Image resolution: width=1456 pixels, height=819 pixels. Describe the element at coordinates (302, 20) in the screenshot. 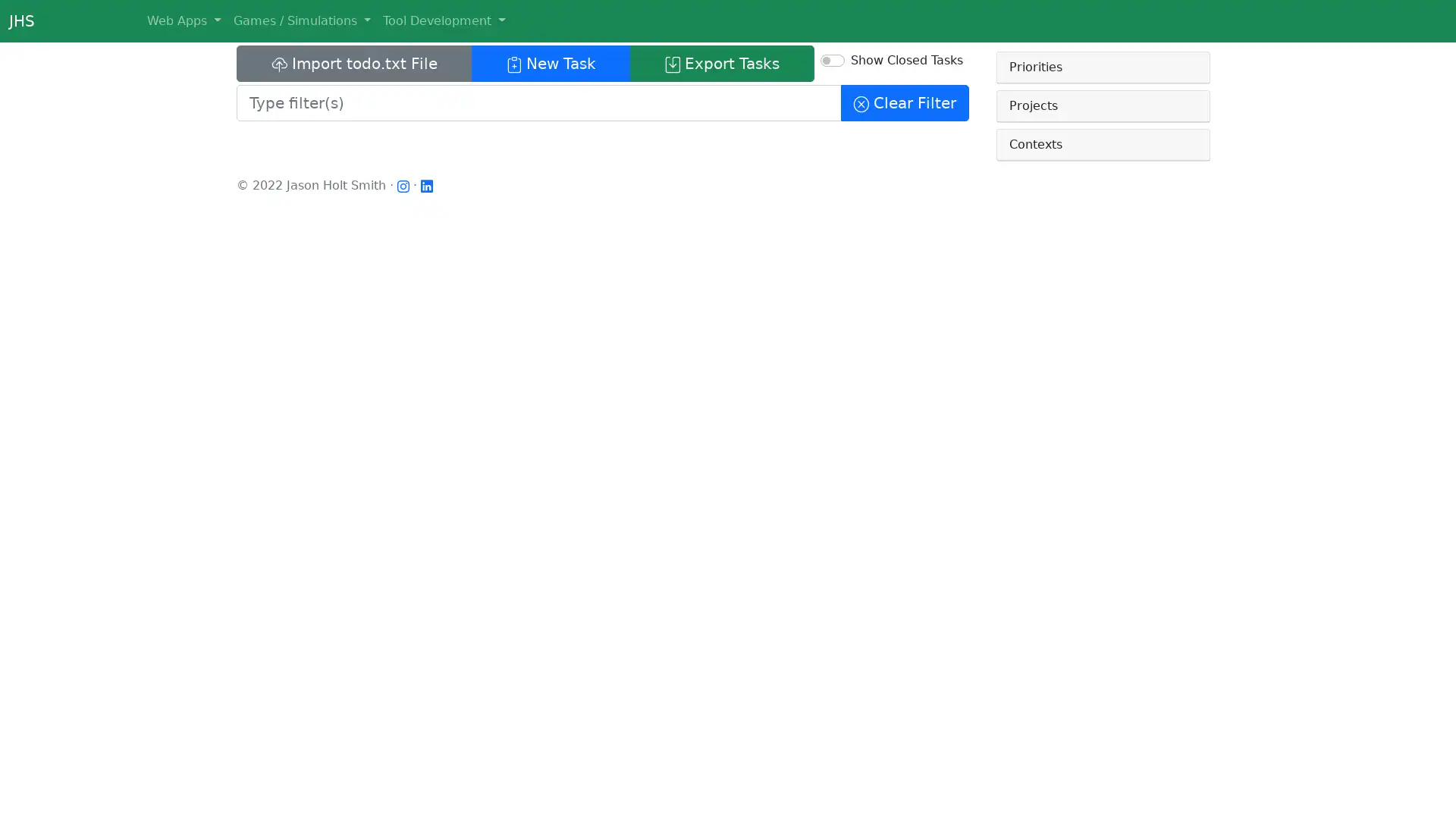

I see `Games / Simulations` at that location.